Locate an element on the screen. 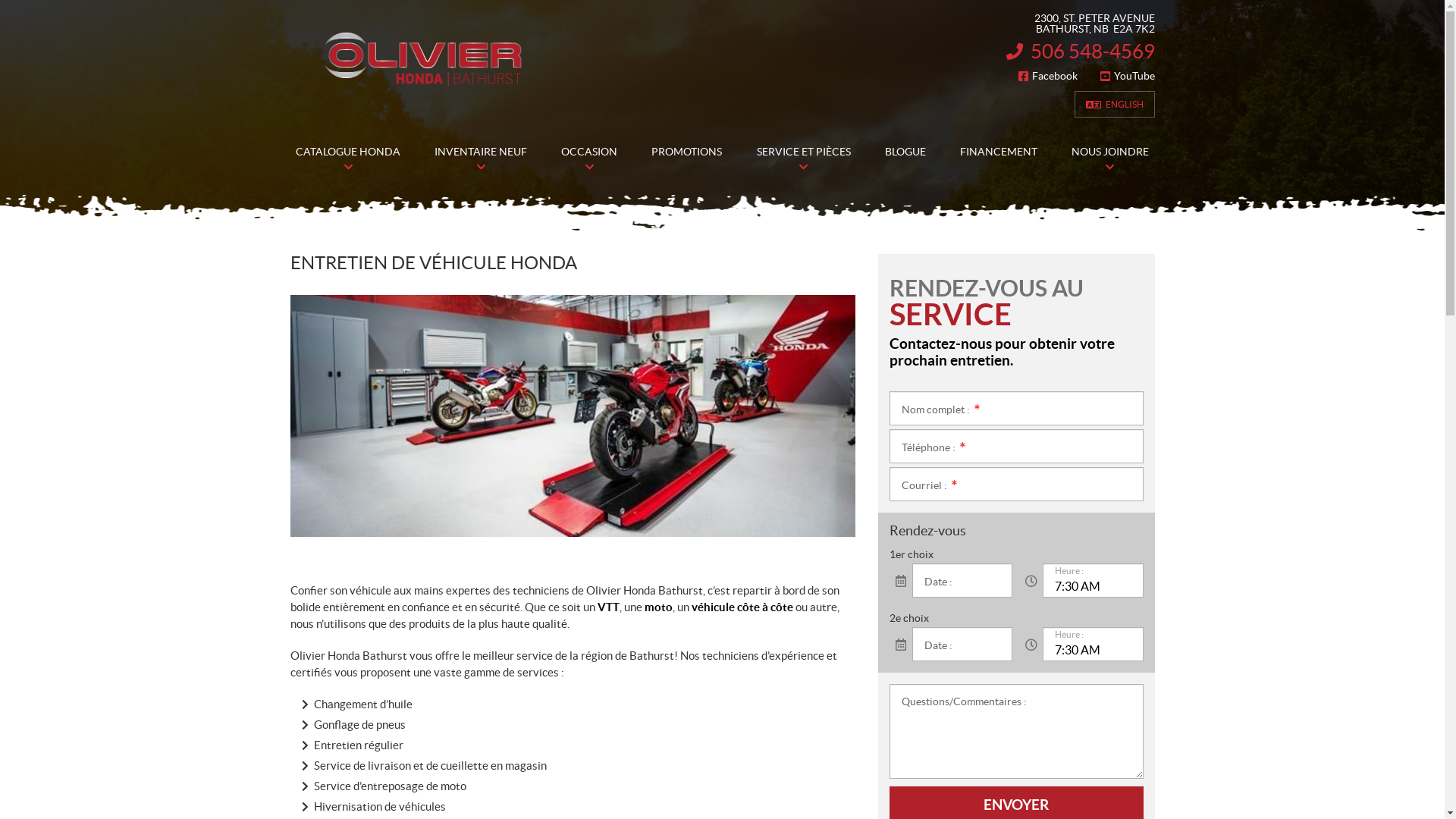  'Olivier Honda Bathurst' is located at coordinates (422, 58).